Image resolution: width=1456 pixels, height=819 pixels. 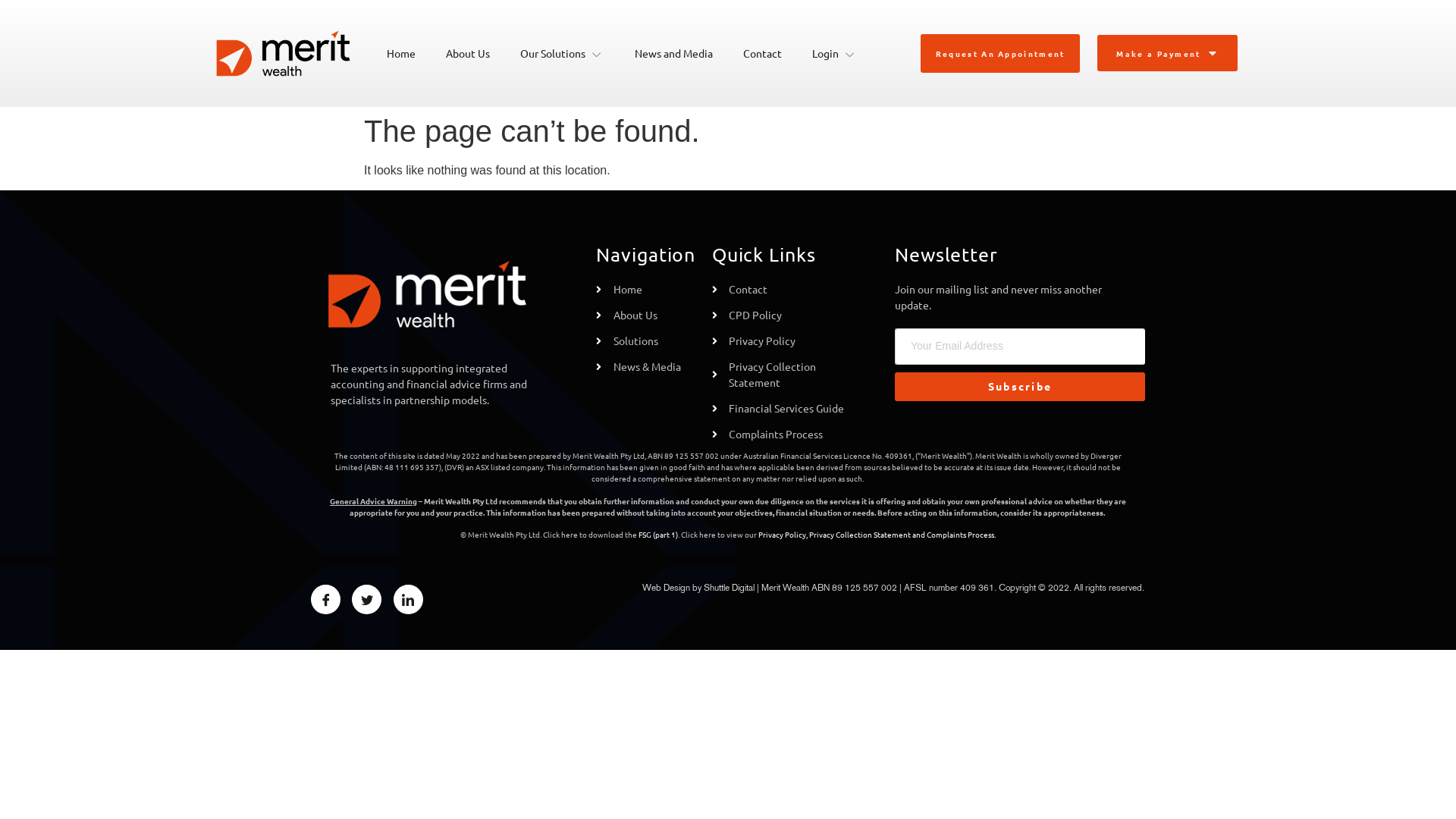 What do you see at coordinates (673, 52) in the screenshot?
I see `'News and Media'` at bounding box center [673, 52].